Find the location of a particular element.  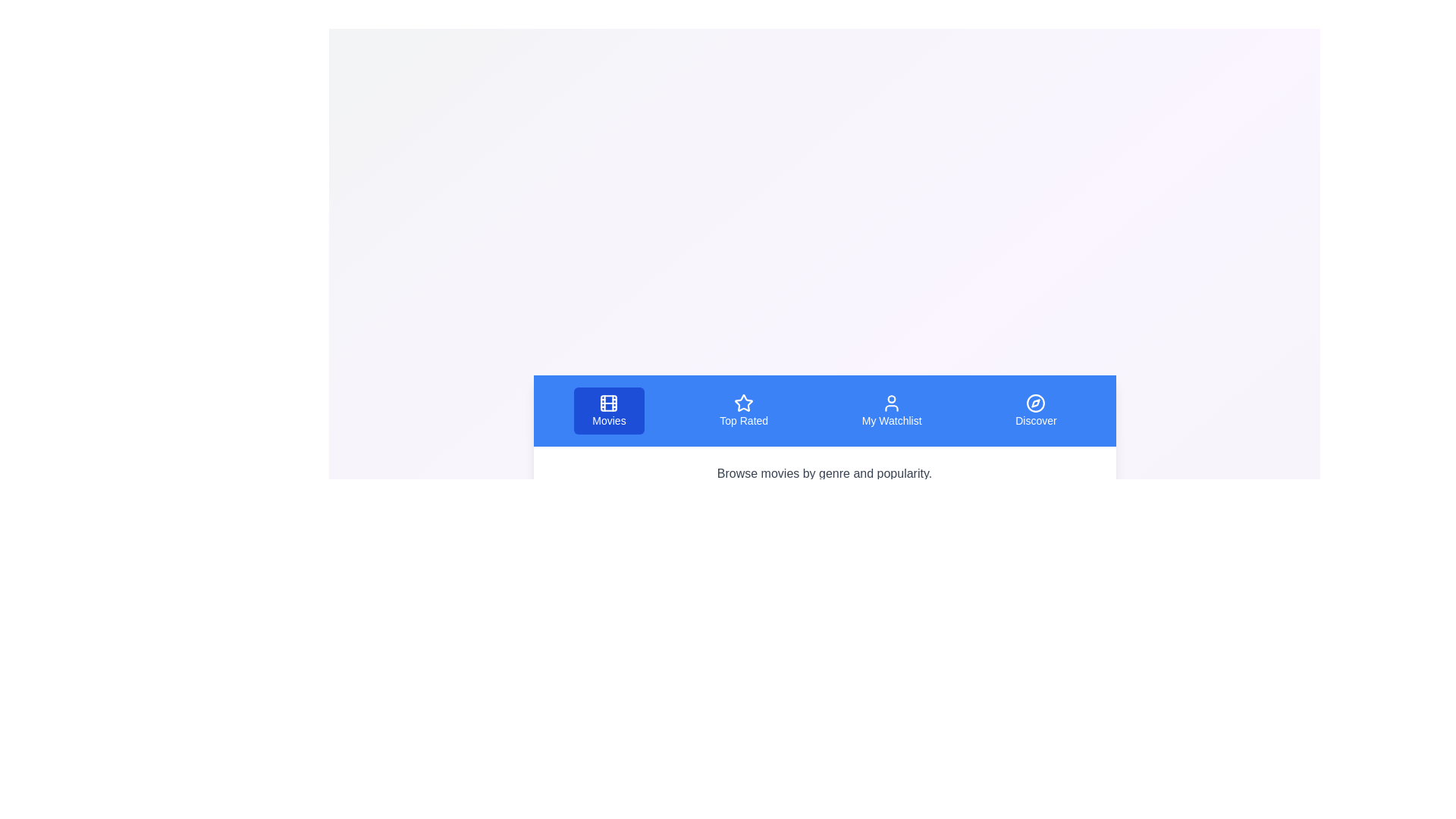

the tab labeled 'My Watchlist' to see its hover effect is located at coordinates (892, 411).